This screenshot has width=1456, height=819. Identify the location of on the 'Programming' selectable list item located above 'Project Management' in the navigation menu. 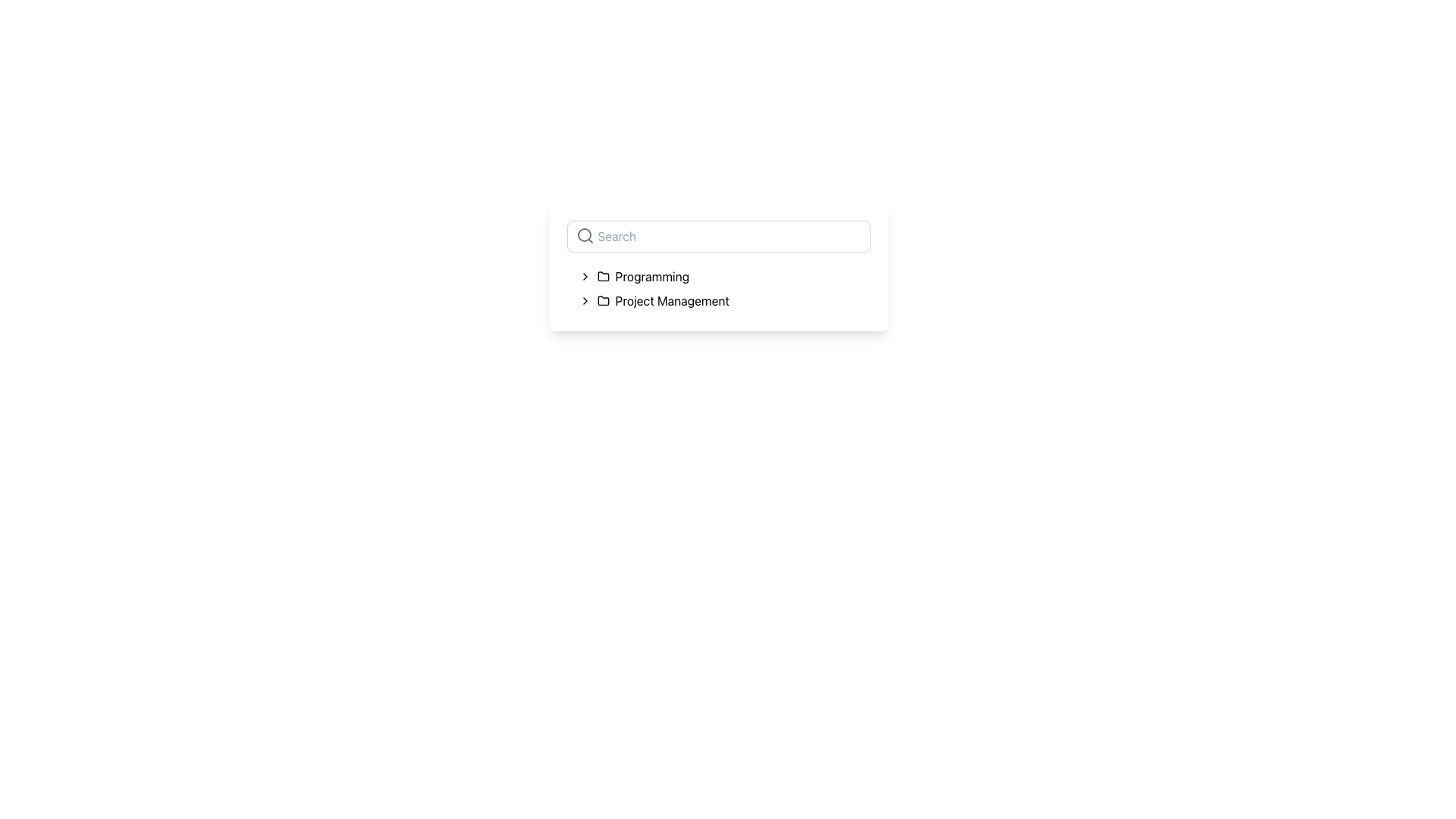
(723, 277).